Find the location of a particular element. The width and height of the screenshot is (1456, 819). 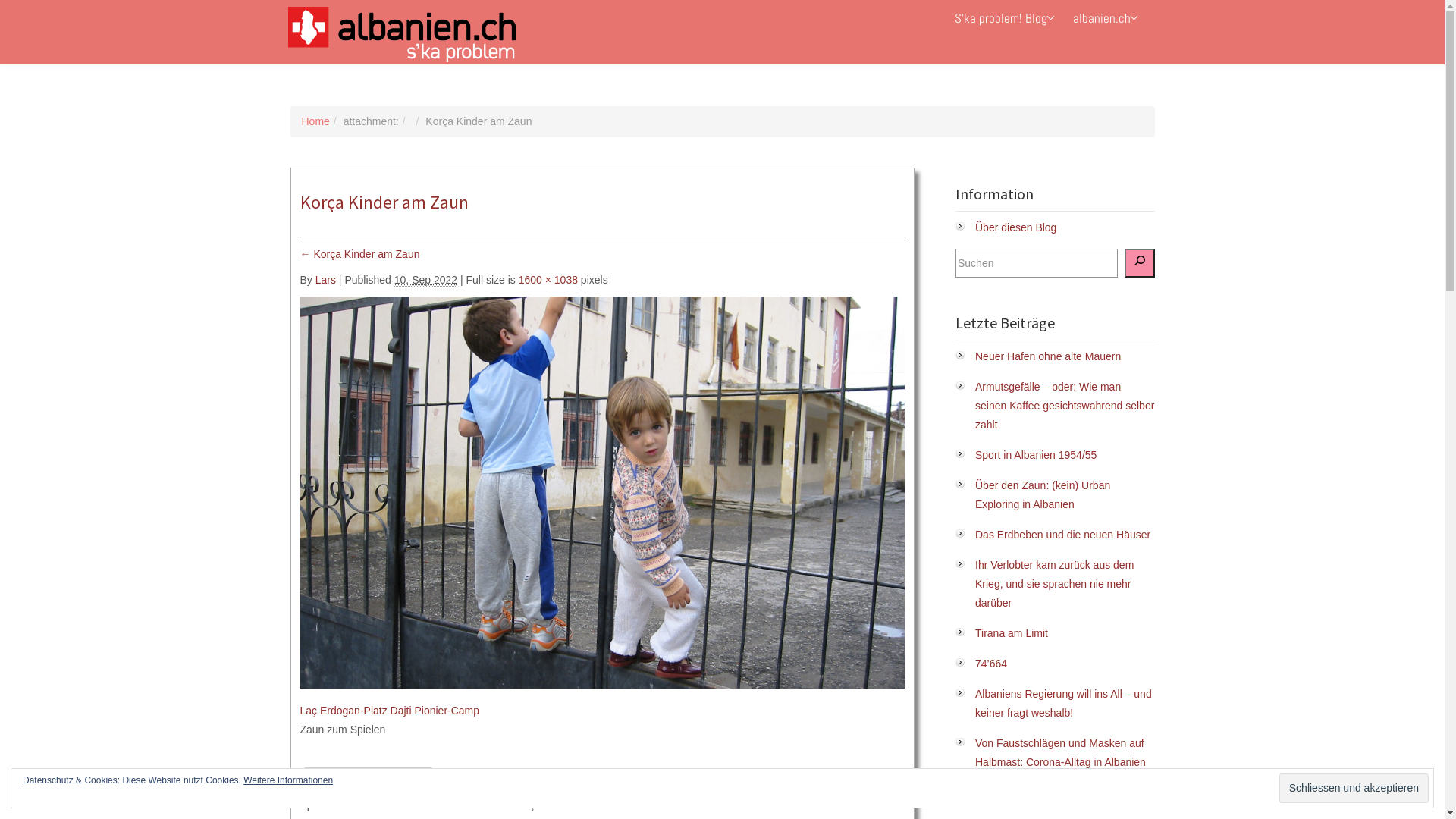

'Dajti Pionier-Camp' is located at coordinates (390, 711).